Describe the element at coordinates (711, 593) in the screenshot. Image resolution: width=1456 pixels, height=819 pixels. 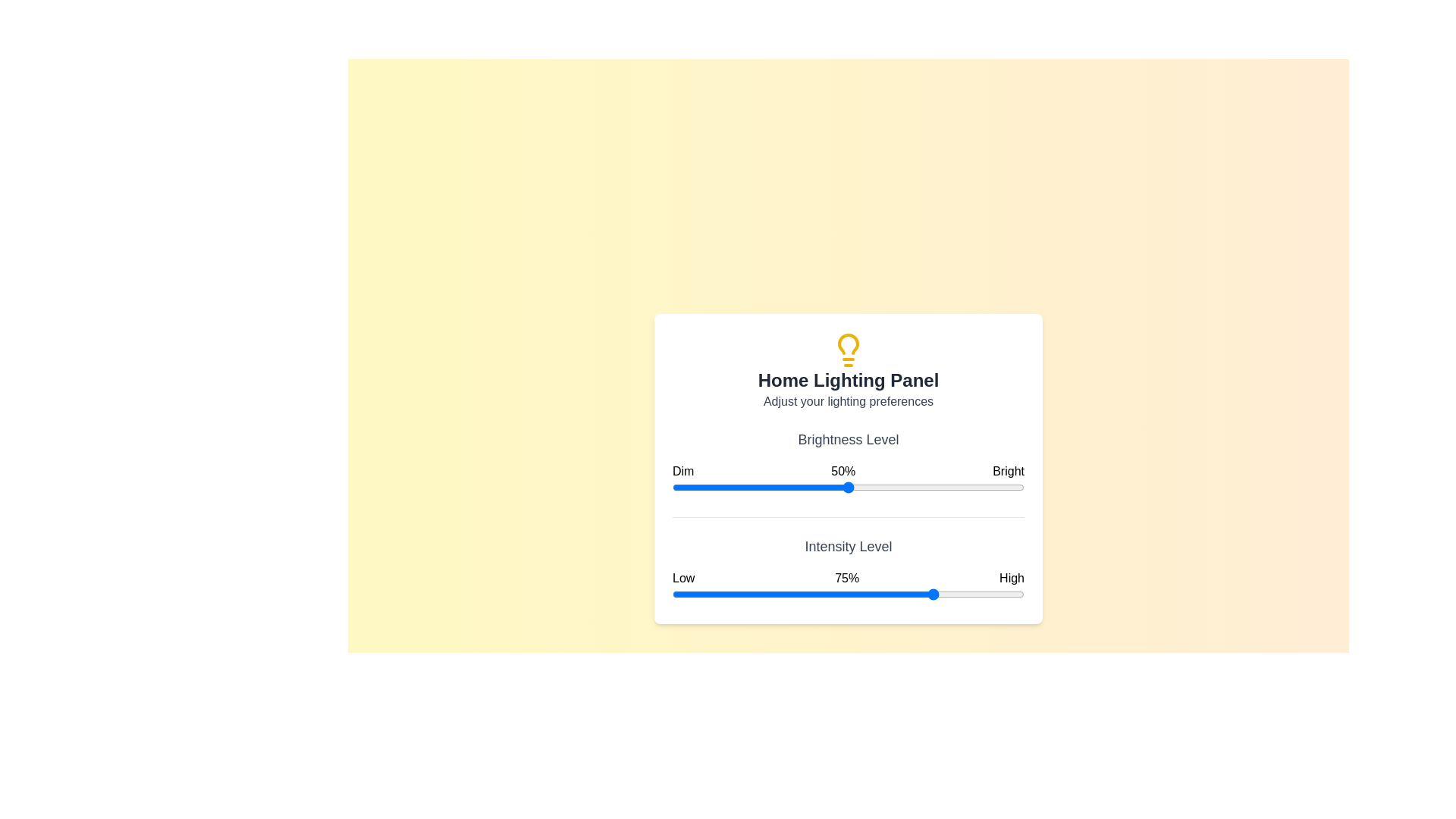
I see `the Intensity Level slider` at that location.